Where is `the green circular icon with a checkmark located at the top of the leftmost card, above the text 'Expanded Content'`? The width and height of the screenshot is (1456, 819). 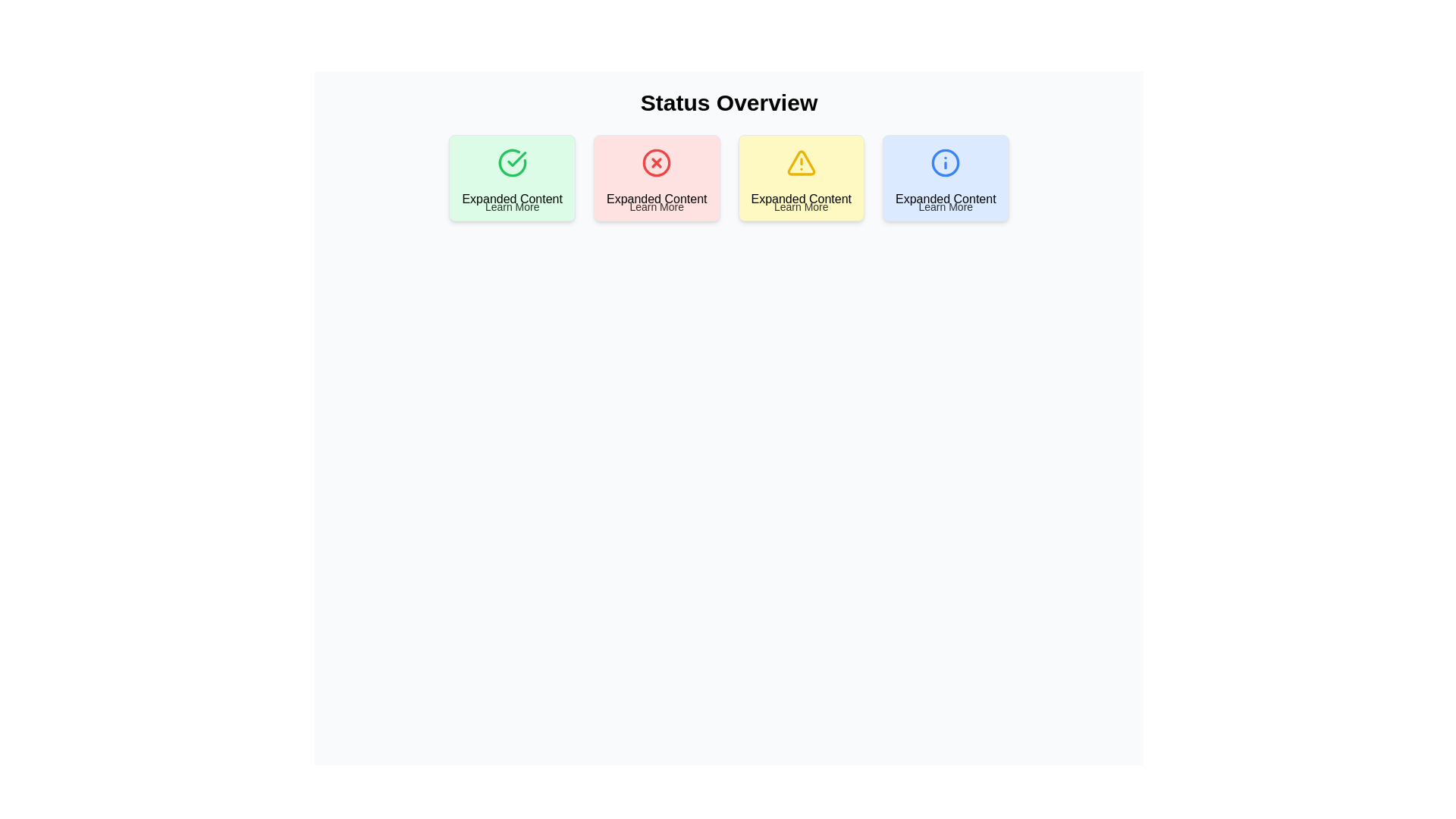 the green circular icon with a checkmark located at the top of the leftmost card, above the text 'Expanded Content' is located at coordinates (512, 163).